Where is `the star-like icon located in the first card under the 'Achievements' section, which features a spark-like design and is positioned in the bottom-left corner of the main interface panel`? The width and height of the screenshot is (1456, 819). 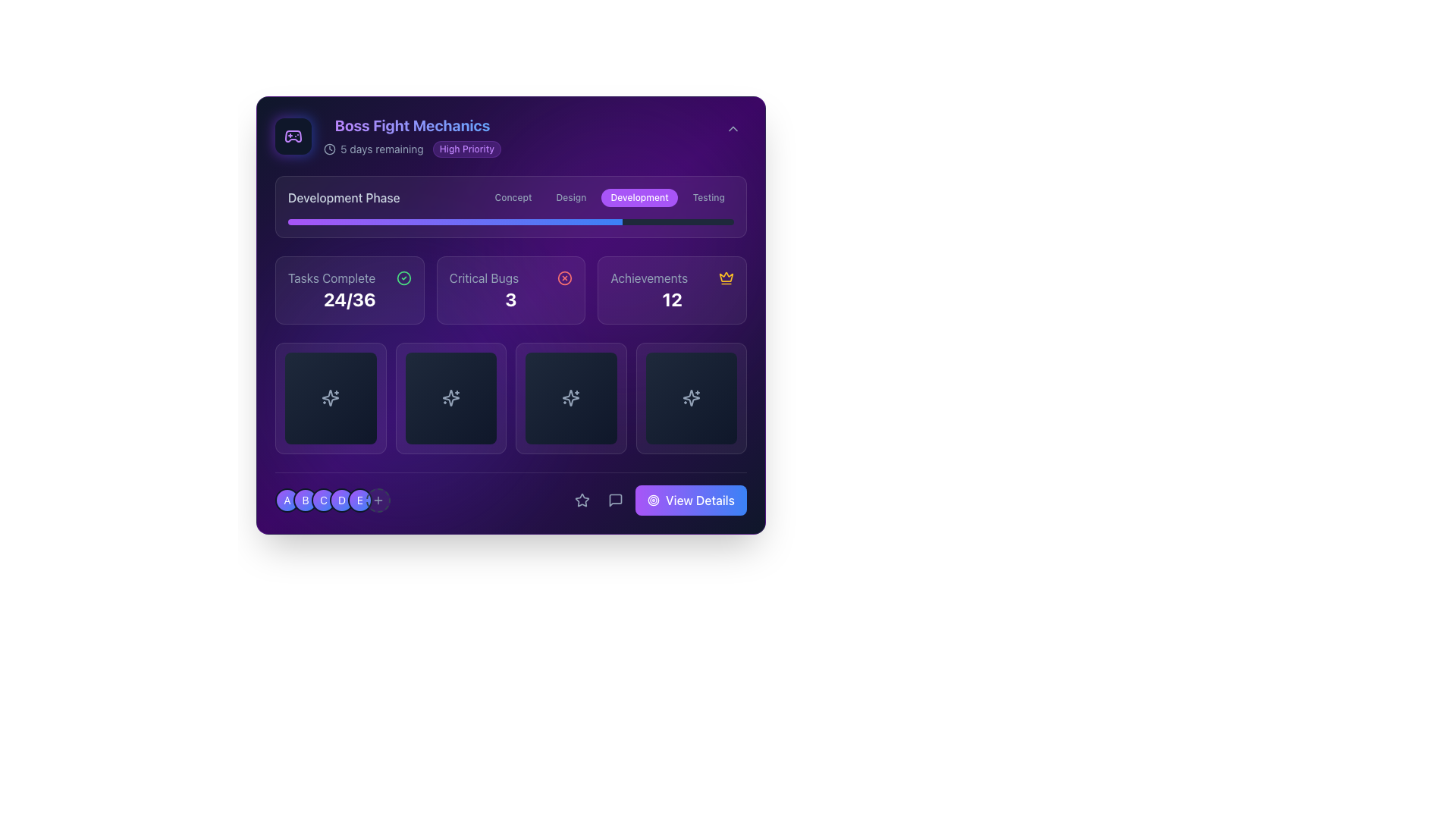 the star-like icon located in the first card under the 'Achievements' section, which features a spark-like design and is positioned in the bottom-left corner of the main interface panel is located at coordinates (330, 397).